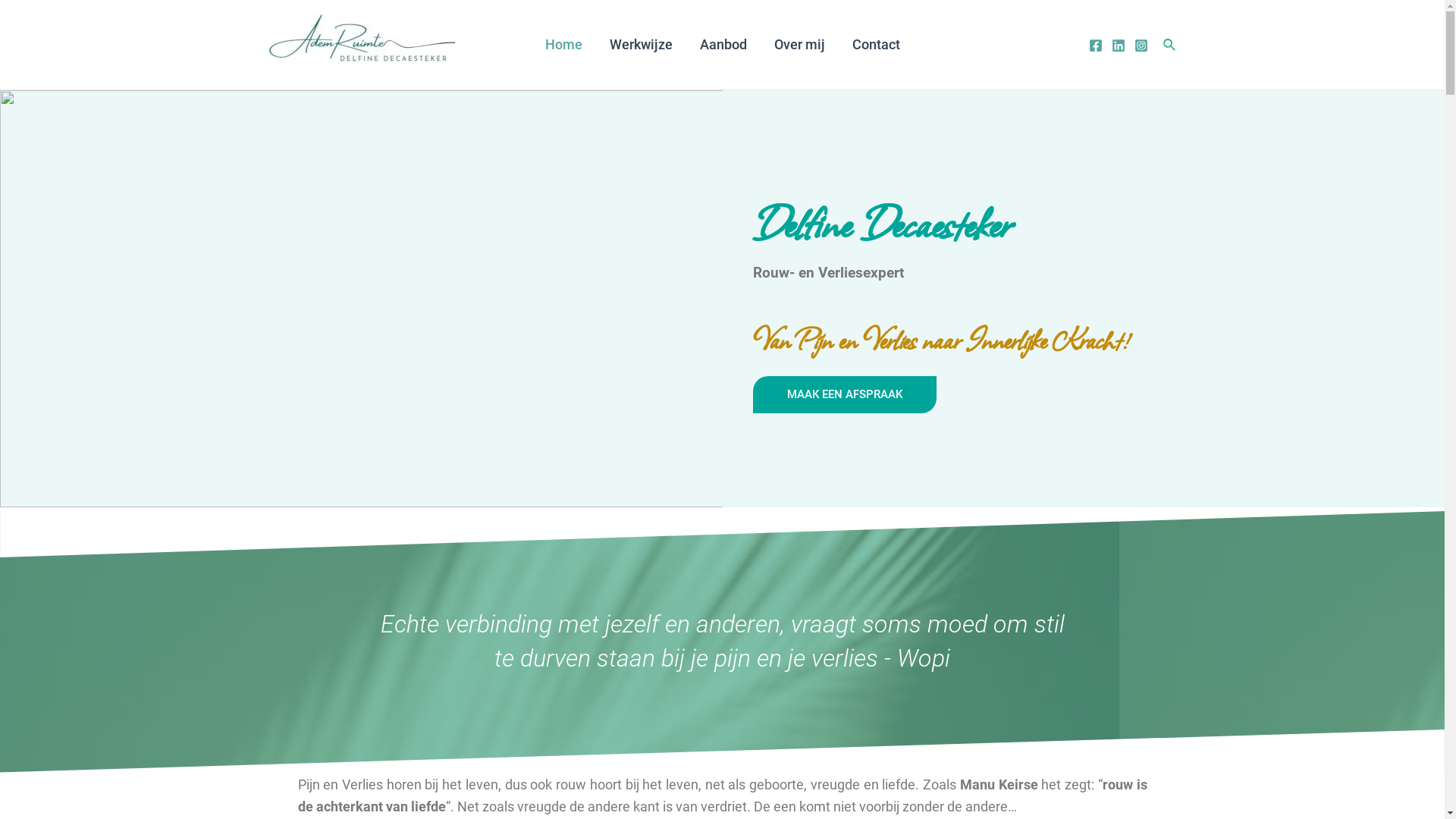 This screenshot has height=819, width=1456. Describe the element at coordinates (843, 394) in the screenshot. I see `'MAAK EEN AFSPRAAK'` at that location.